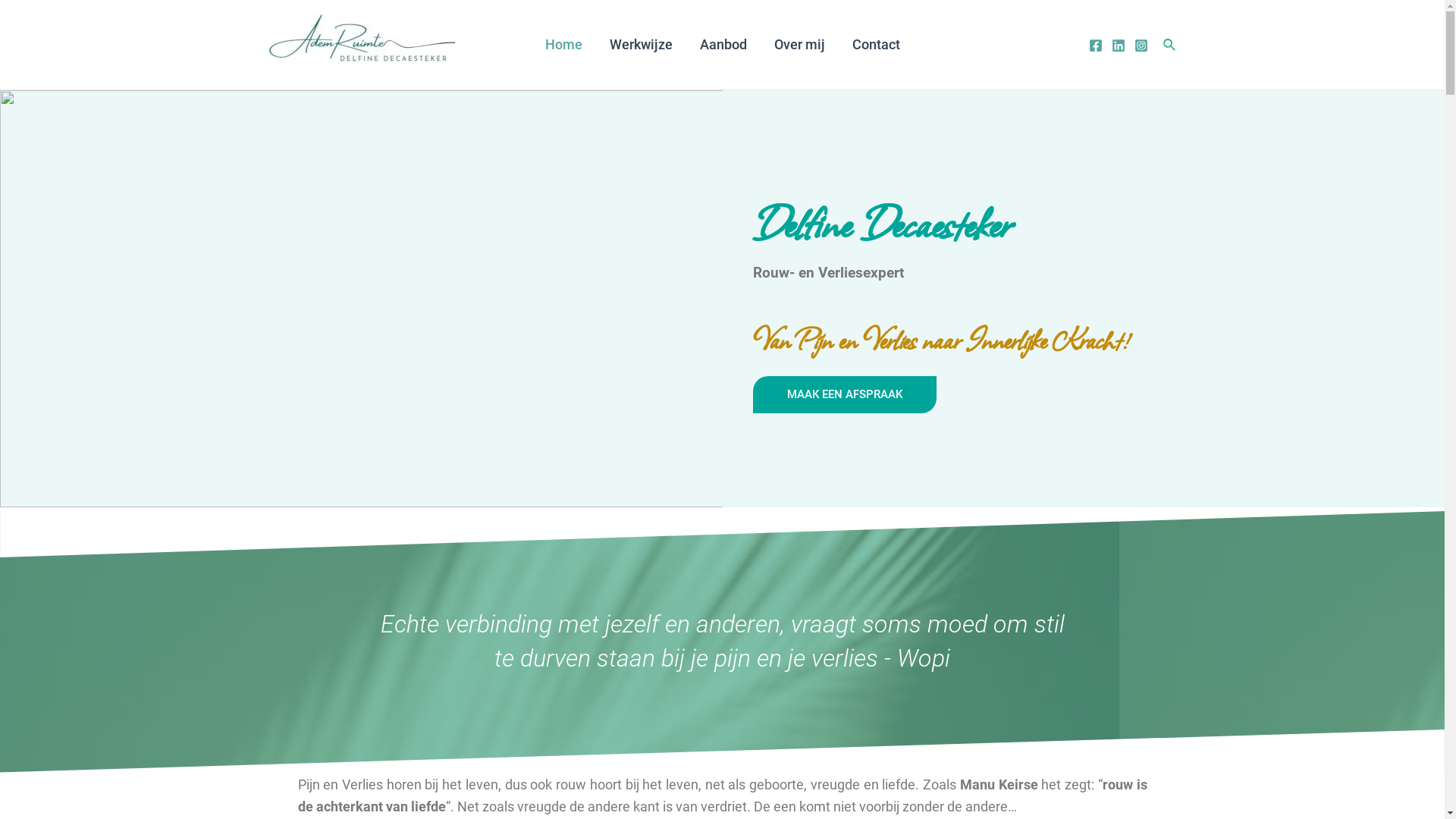 This screenshot has height=819, width=1456. Describe the element at coordinates (843, 394) in the screenshot. I see `'MAAK EEN AFSPRAAK'` at that location.